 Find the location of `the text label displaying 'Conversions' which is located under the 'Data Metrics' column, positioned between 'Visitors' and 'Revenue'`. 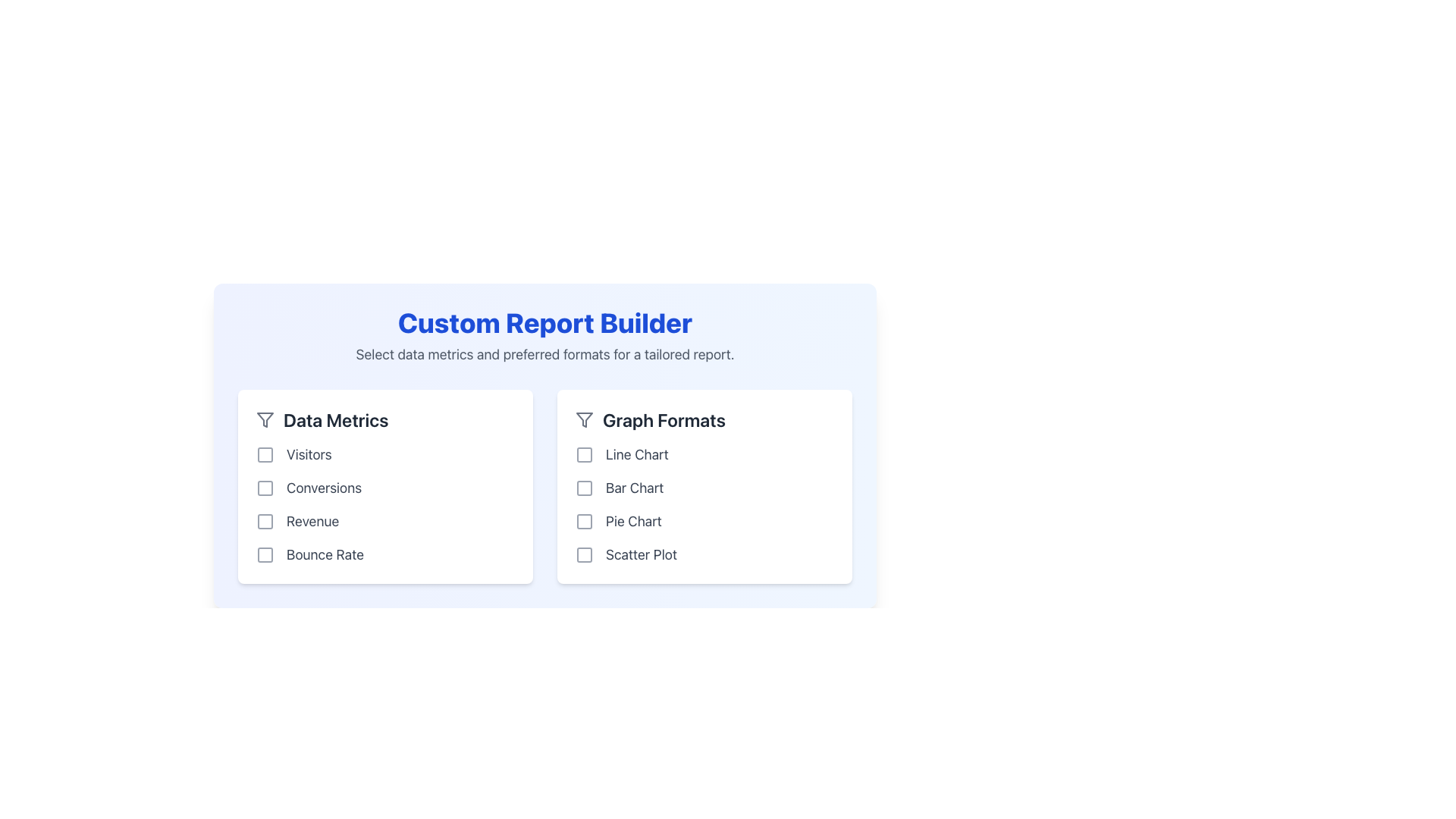

the text label displaying 'Conversions' which is located under the 'Data Metrics' column, positioned between 'Visitors' and 'Revenue' is located at coordinates (323, 488).